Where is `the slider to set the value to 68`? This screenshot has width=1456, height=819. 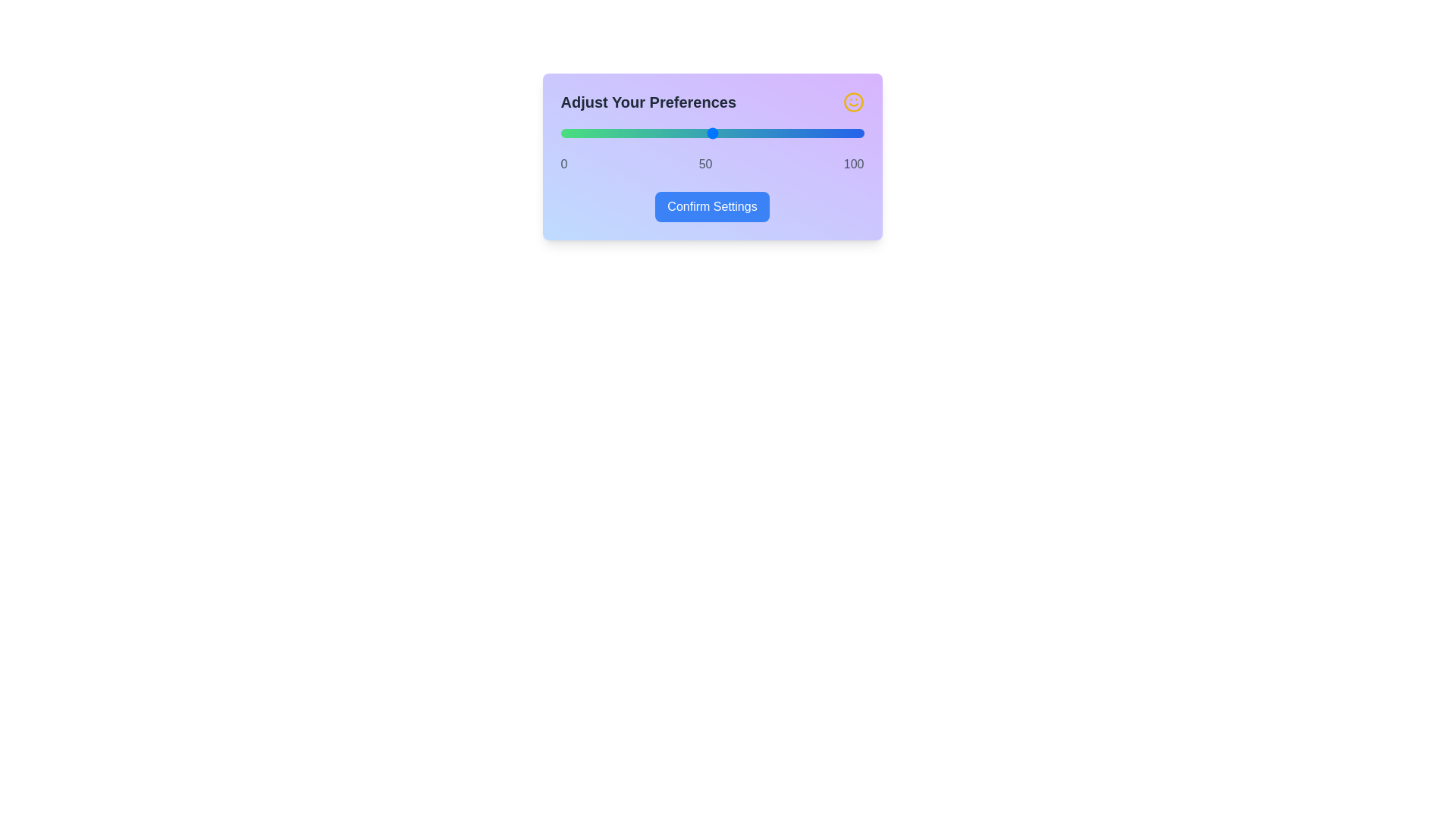 the slider to set the value to 68 is located at coordinates (767, 133).